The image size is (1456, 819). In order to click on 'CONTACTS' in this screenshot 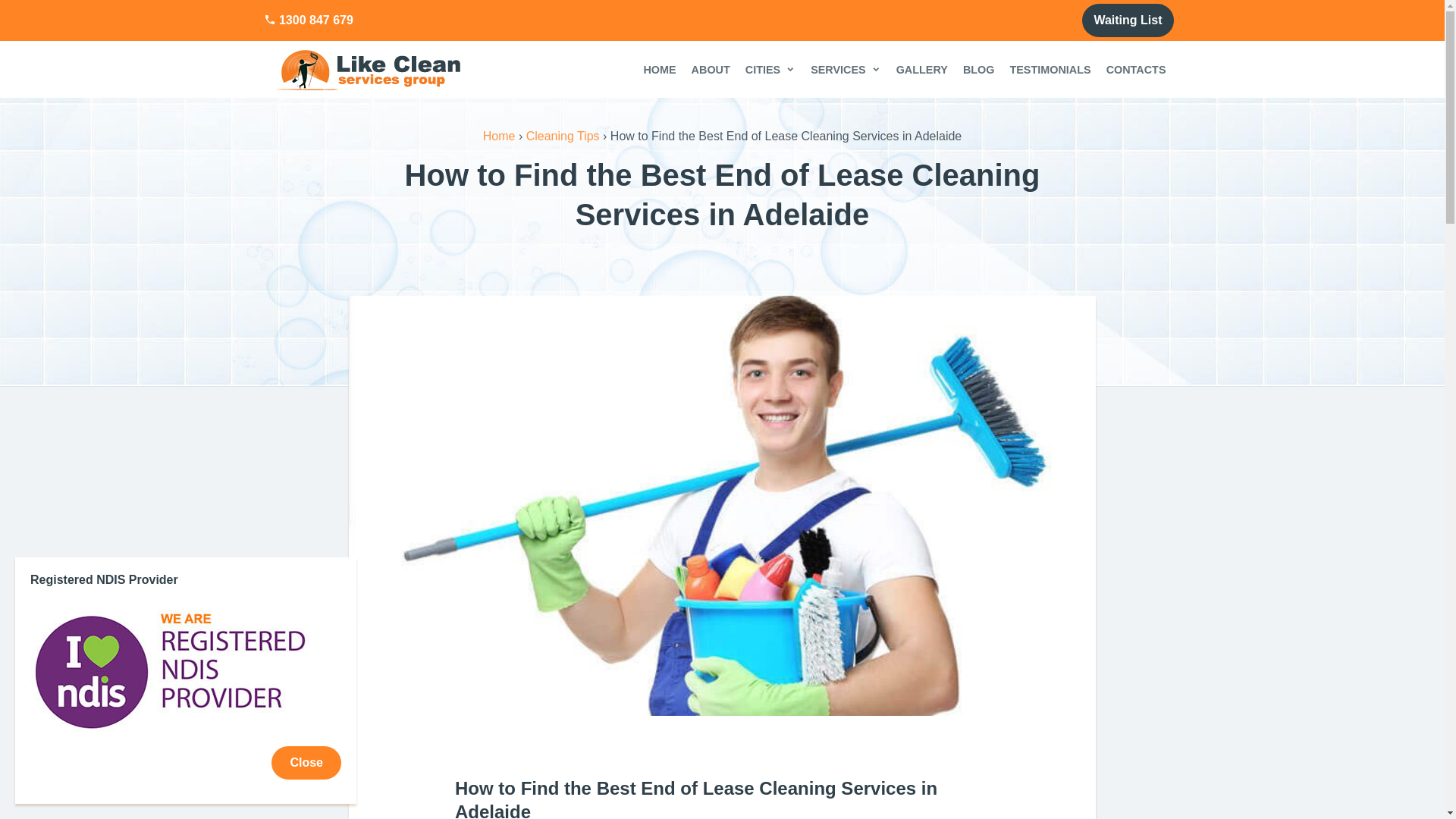, I will do `click(1099, 69)`.